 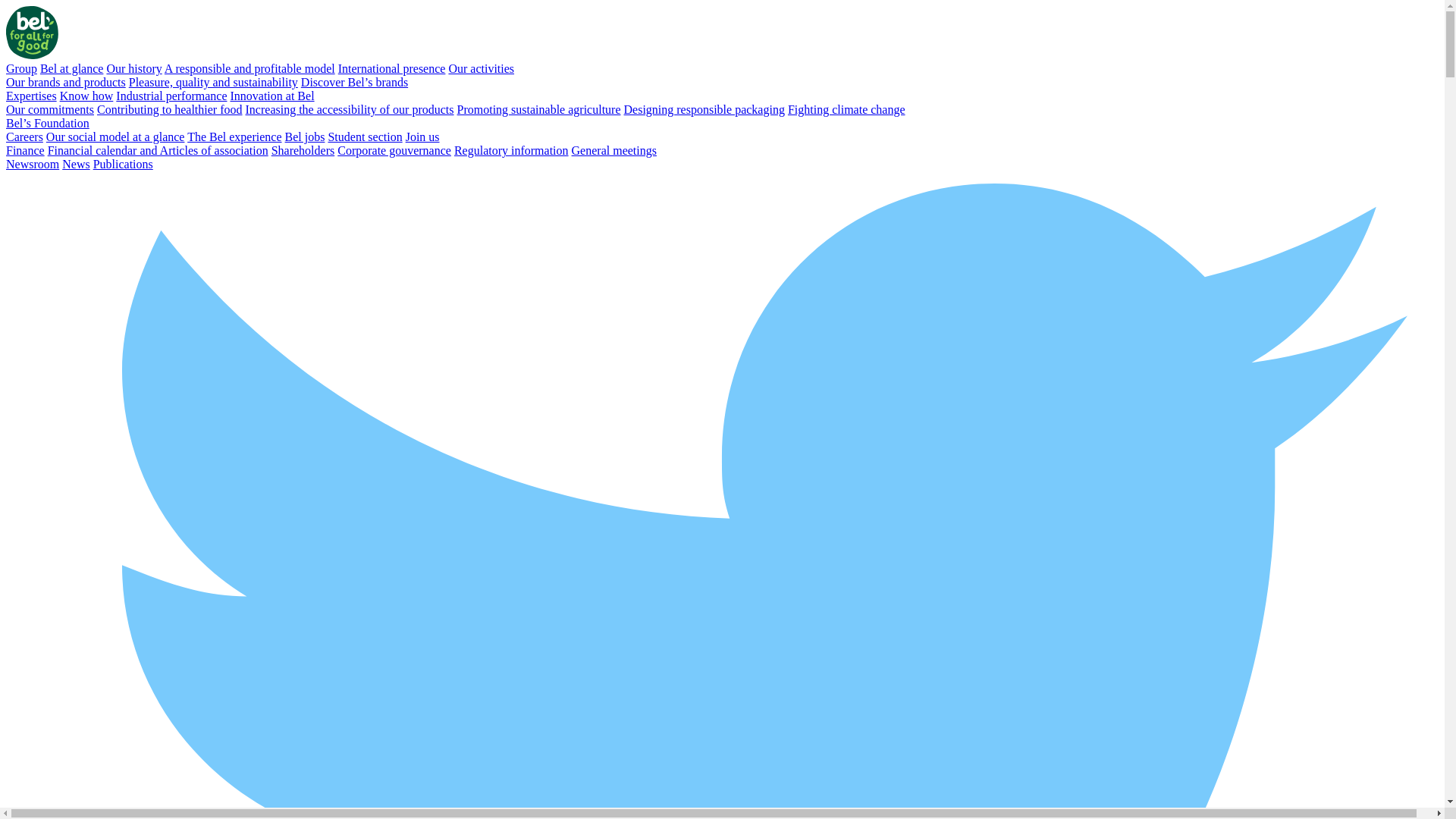 I want to click on 'Regulatory information', so click(x=511, y=150).